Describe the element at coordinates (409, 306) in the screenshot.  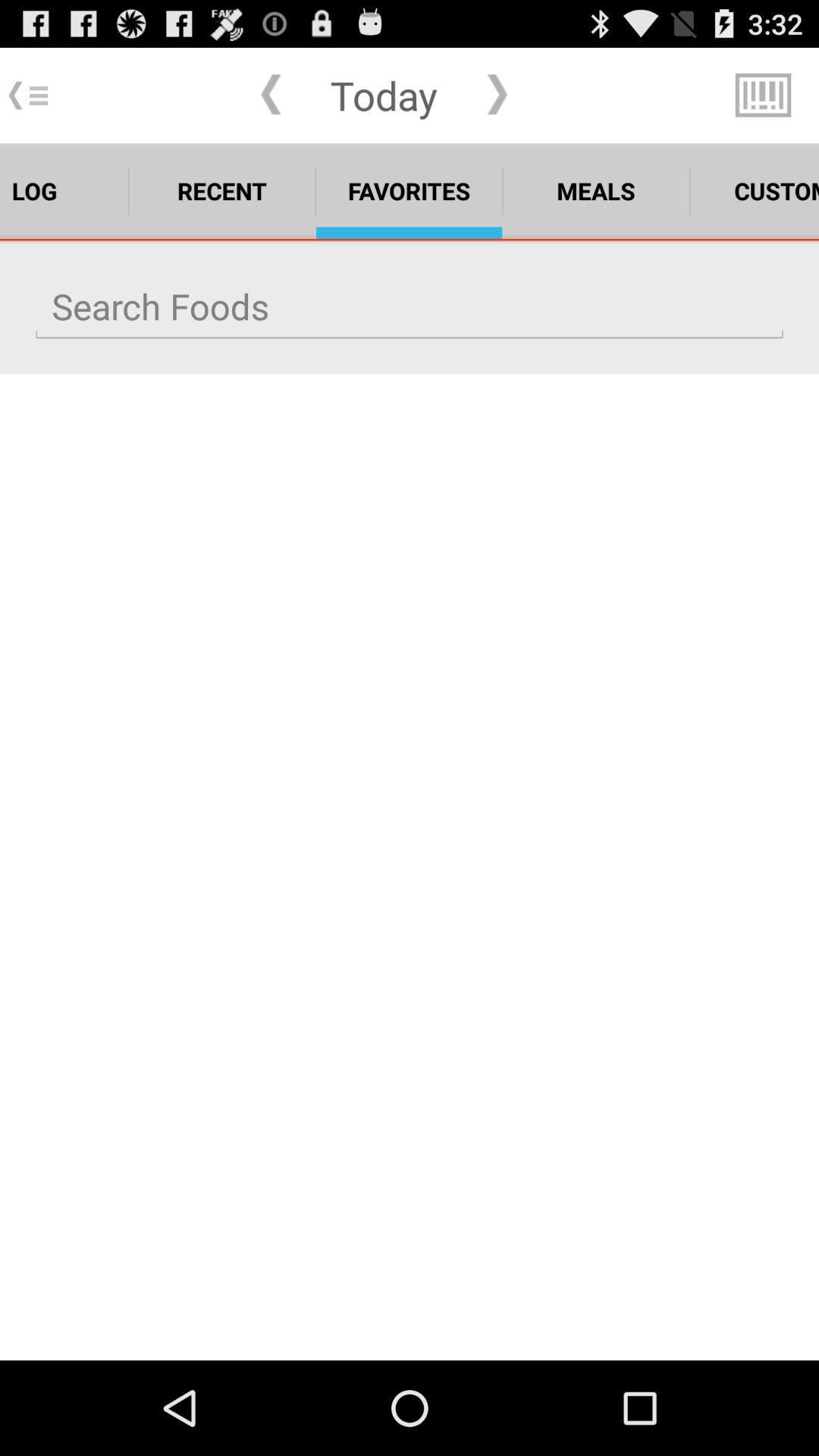
I see `search field` at that location.